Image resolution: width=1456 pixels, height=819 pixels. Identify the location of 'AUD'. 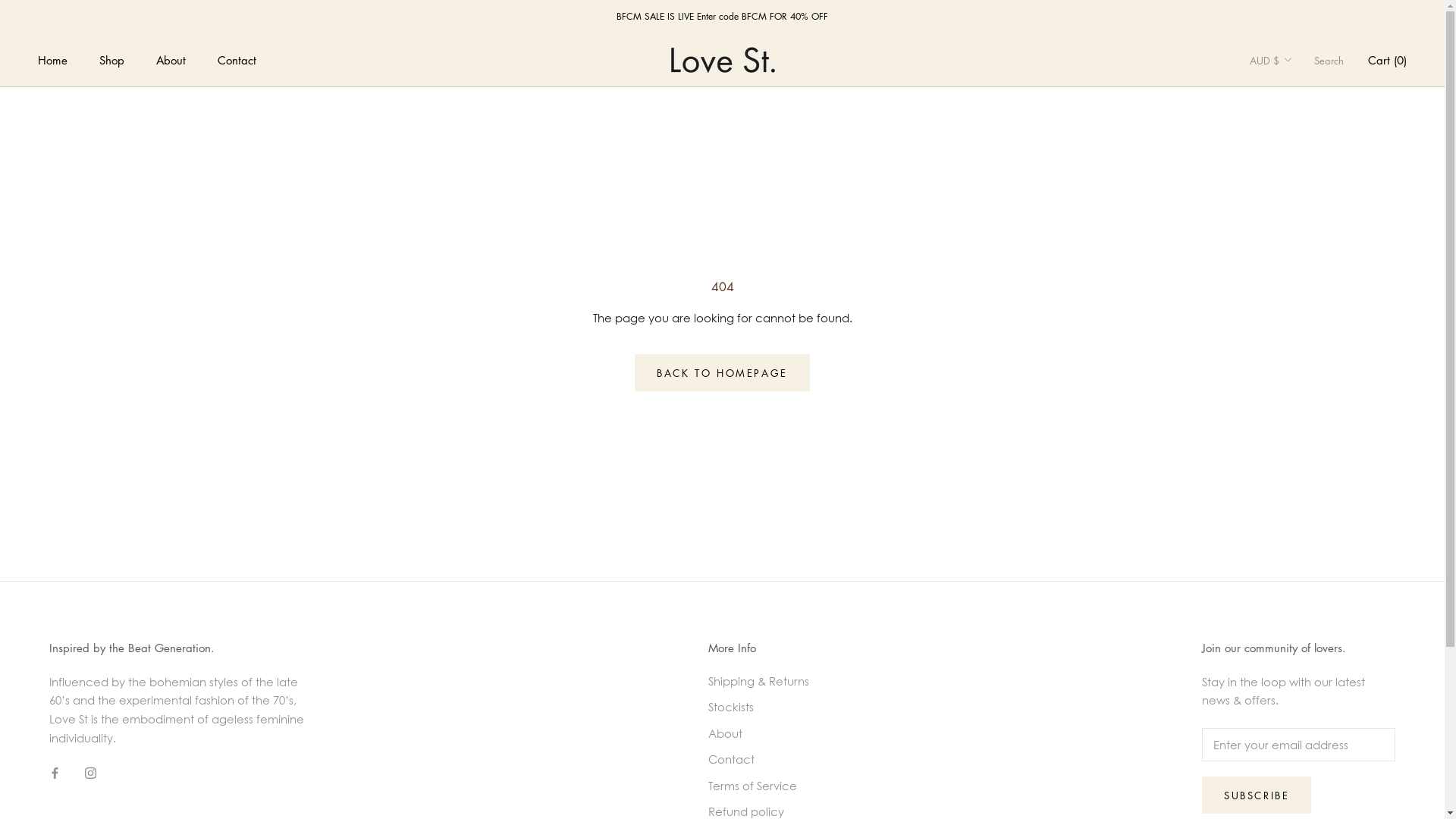
(1294, 214).